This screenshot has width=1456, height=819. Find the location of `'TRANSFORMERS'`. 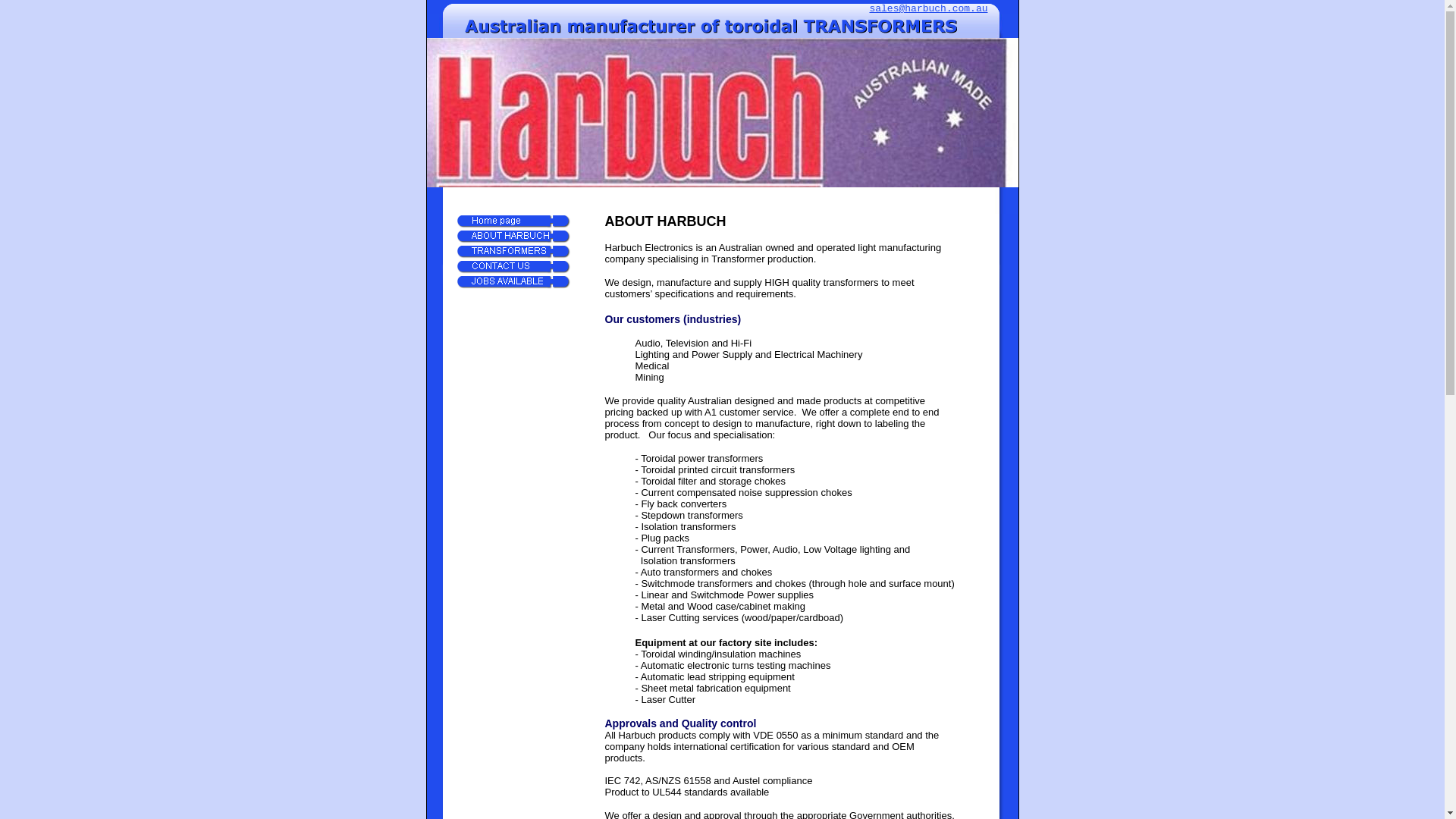

'TRANSFORMERS' is located at coordinates (513, 250).